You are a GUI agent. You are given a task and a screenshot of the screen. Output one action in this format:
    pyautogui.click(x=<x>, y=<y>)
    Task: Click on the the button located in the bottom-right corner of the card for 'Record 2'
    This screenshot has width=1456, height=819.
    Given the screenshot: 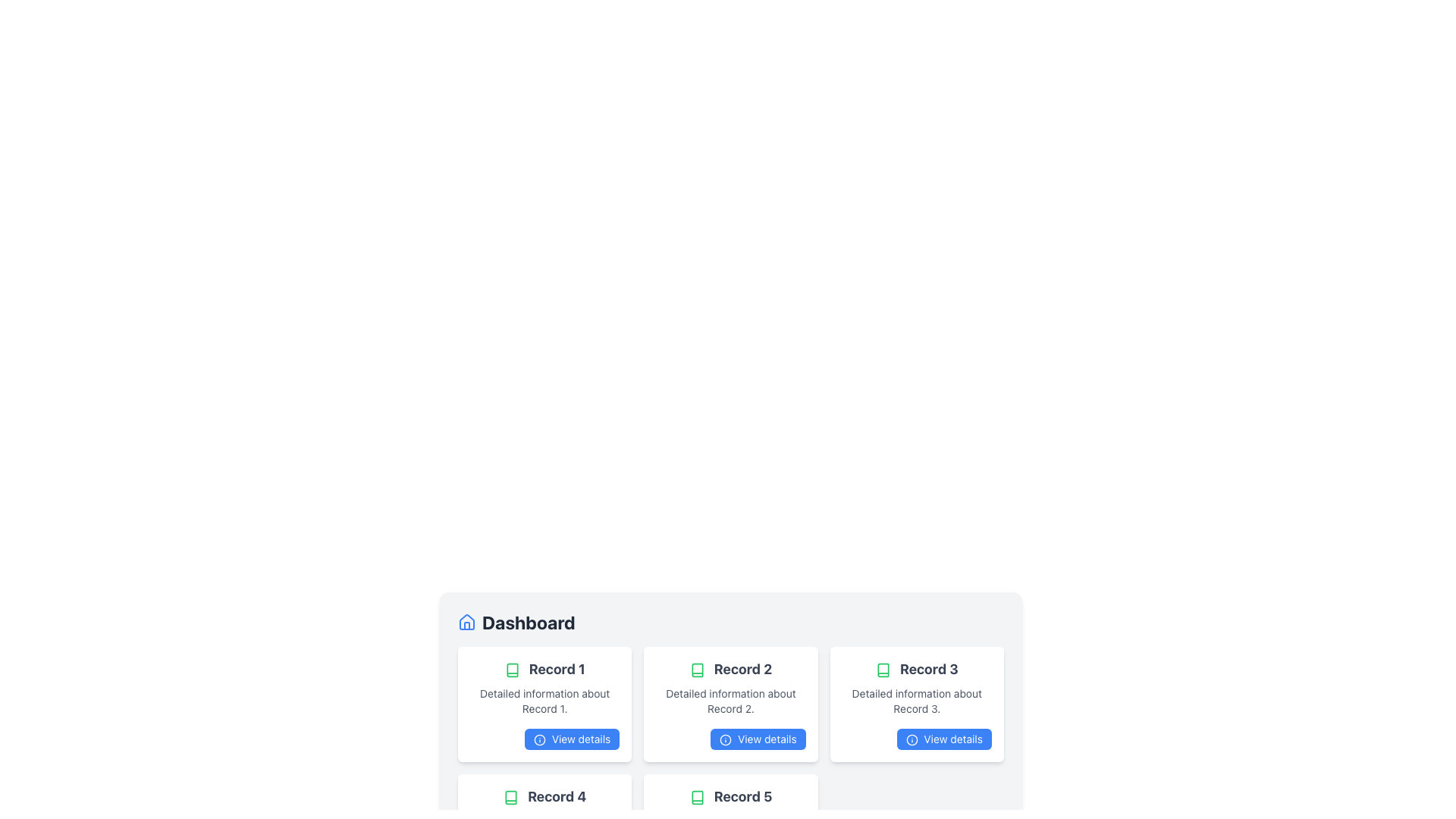 What is the action you would take?
    pyautogui.click(x=758, y=739)
    